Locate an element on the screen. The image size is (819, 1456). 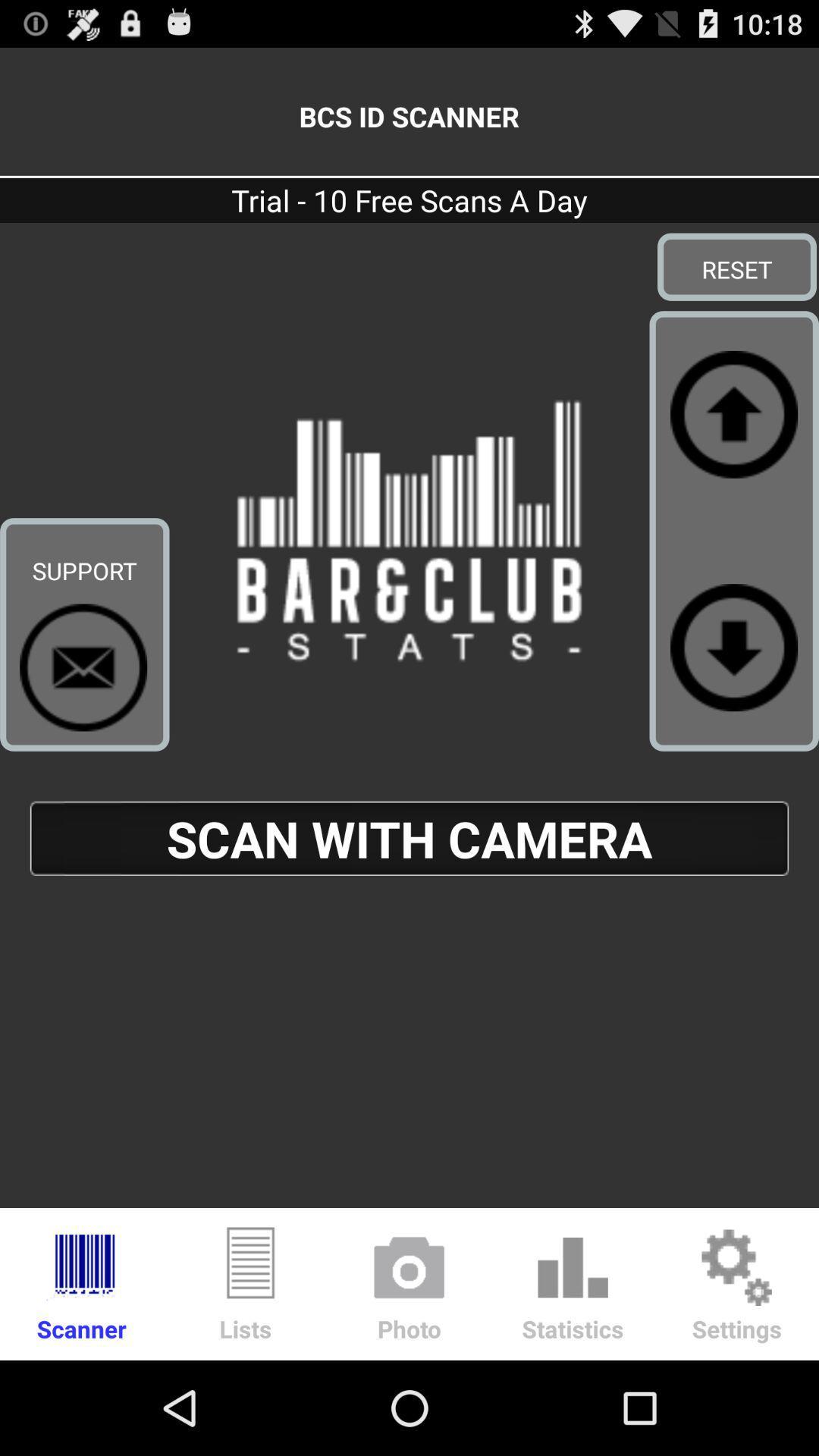
the email icon is located at coordinates (83, 714).